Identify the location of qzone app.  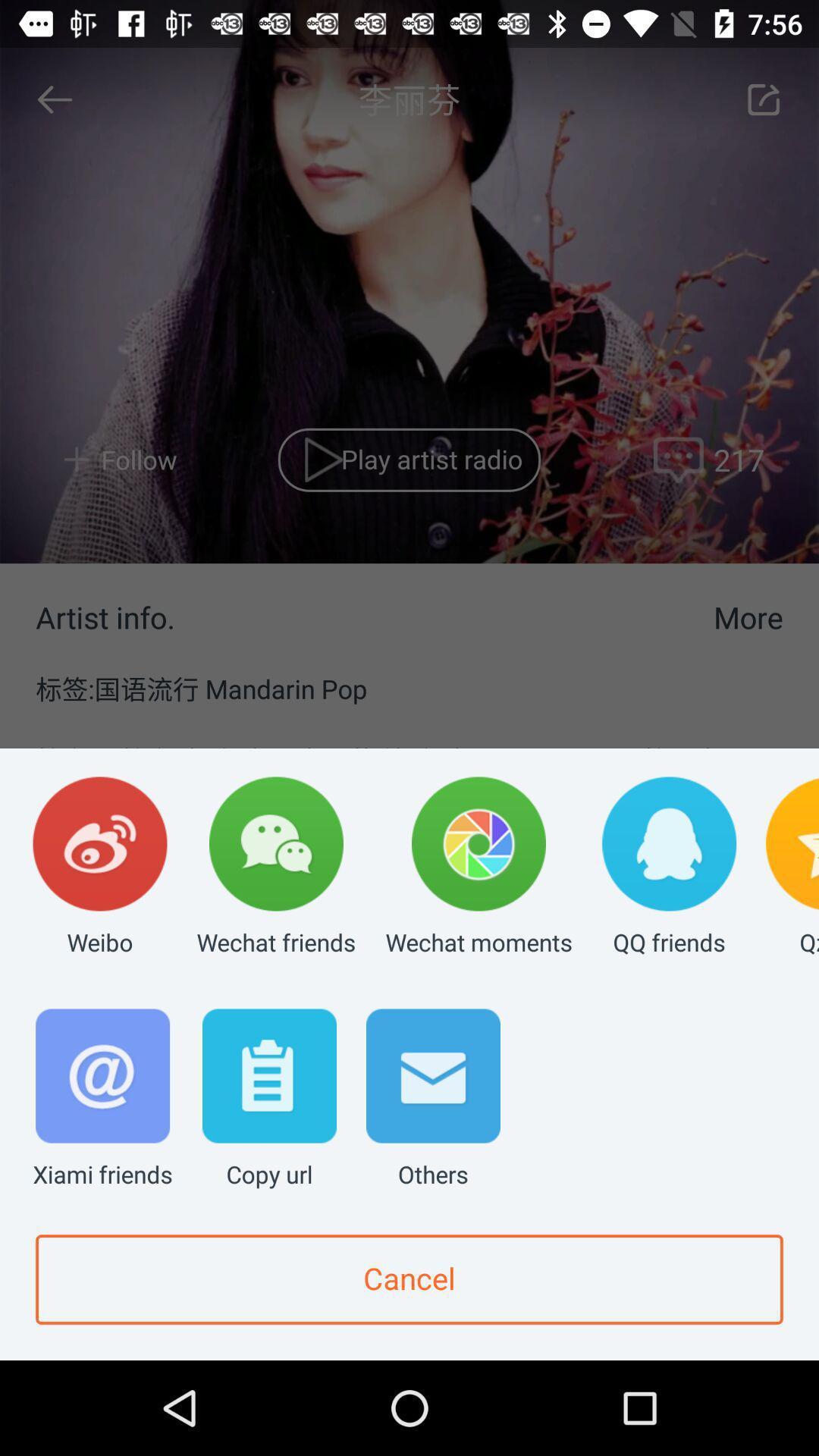
(792, 868).